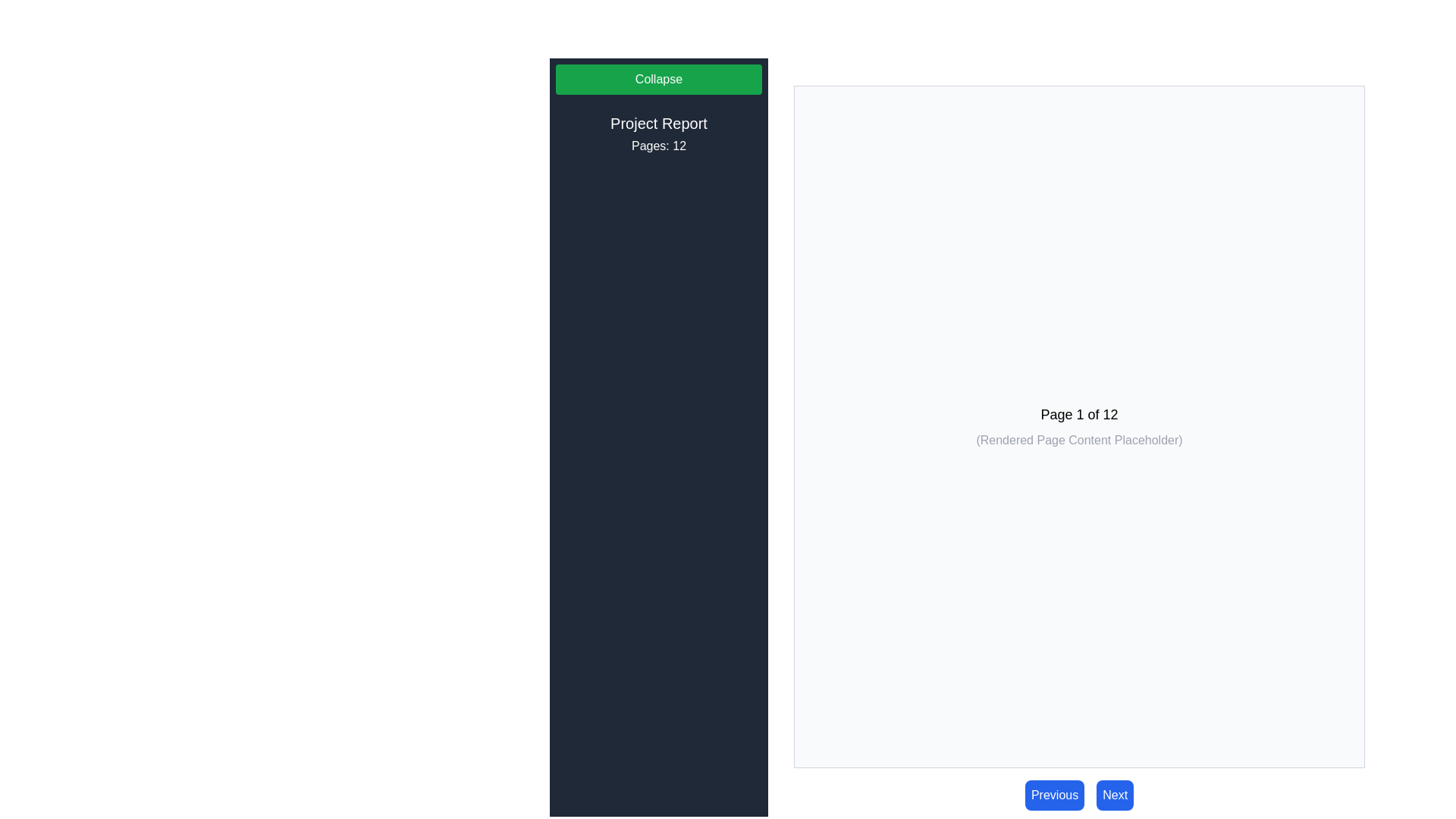 This screenshot has width=1456, height=819. What do you see at coordinates (1078, 795) in the screenshot?
I see `the 'Previous' button on the grouped button navigation control` at bounding box center [1078, 795].